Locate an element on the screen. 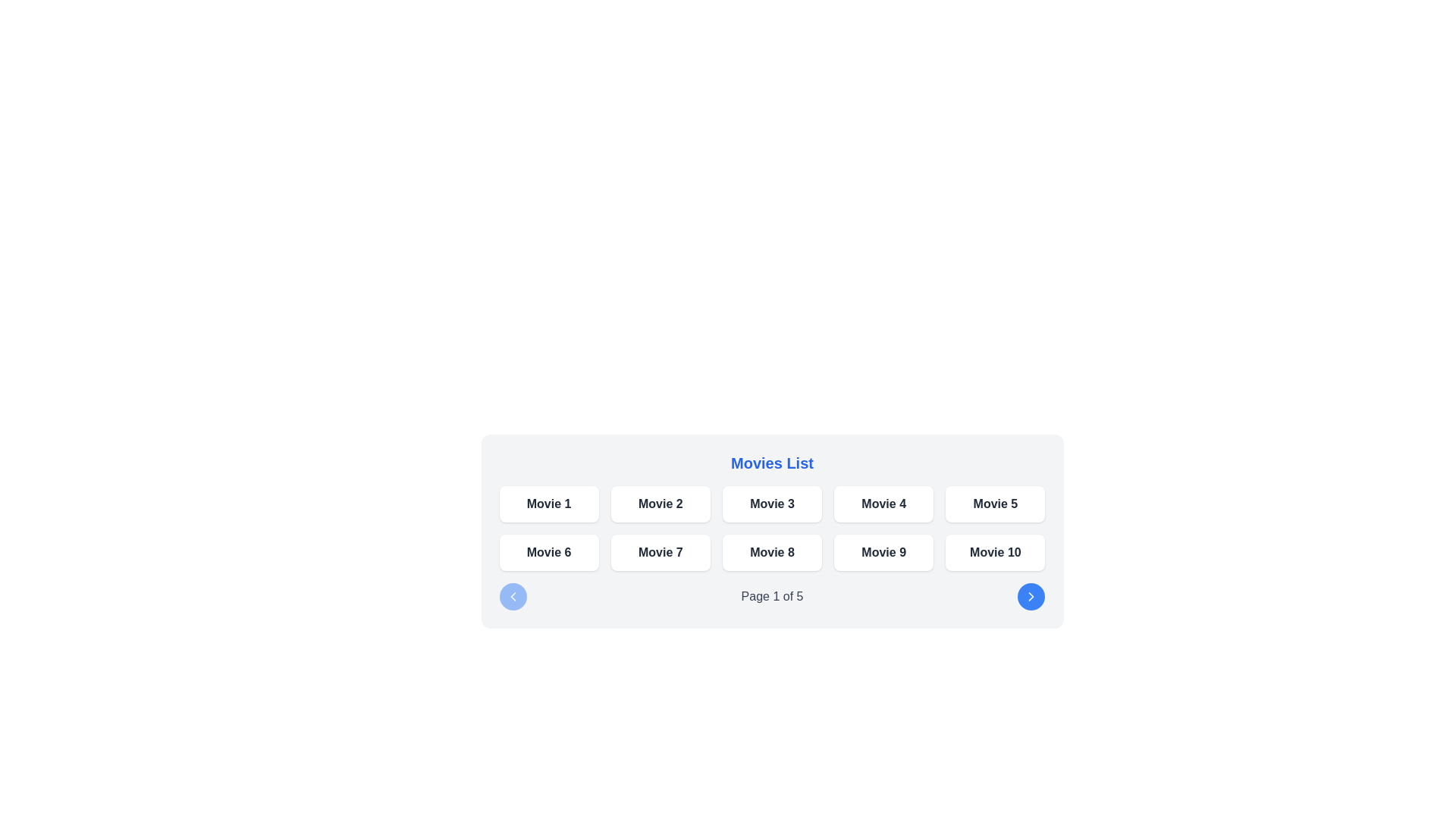  the button representing 'Movie 1' is located at coordinates (548, 504).